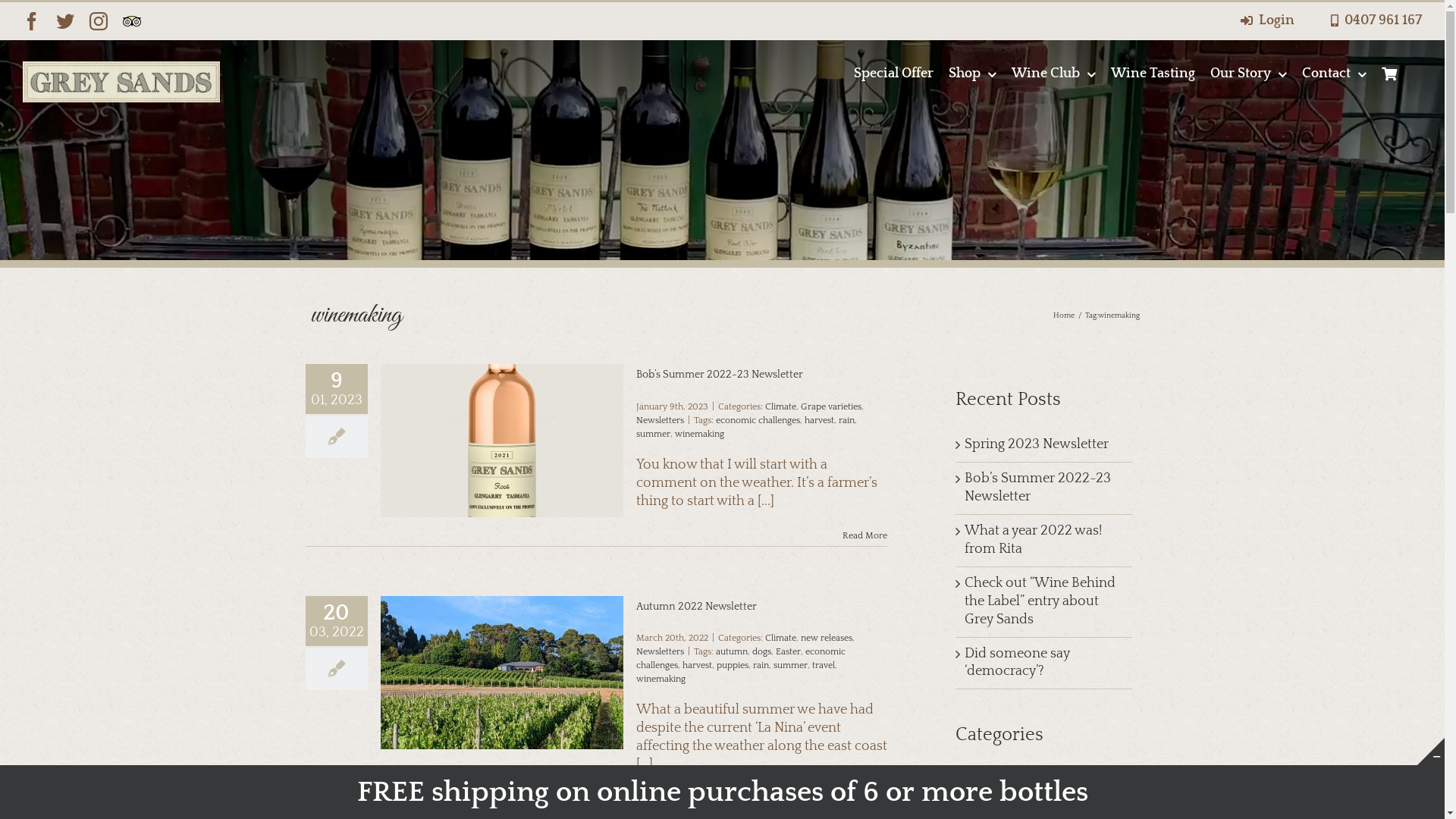 The image size is (1456, 819). What do you see at coordinates (830, 406) in the screenshot?
I see `'Grape varieties'` at bounding box center [830, 406].